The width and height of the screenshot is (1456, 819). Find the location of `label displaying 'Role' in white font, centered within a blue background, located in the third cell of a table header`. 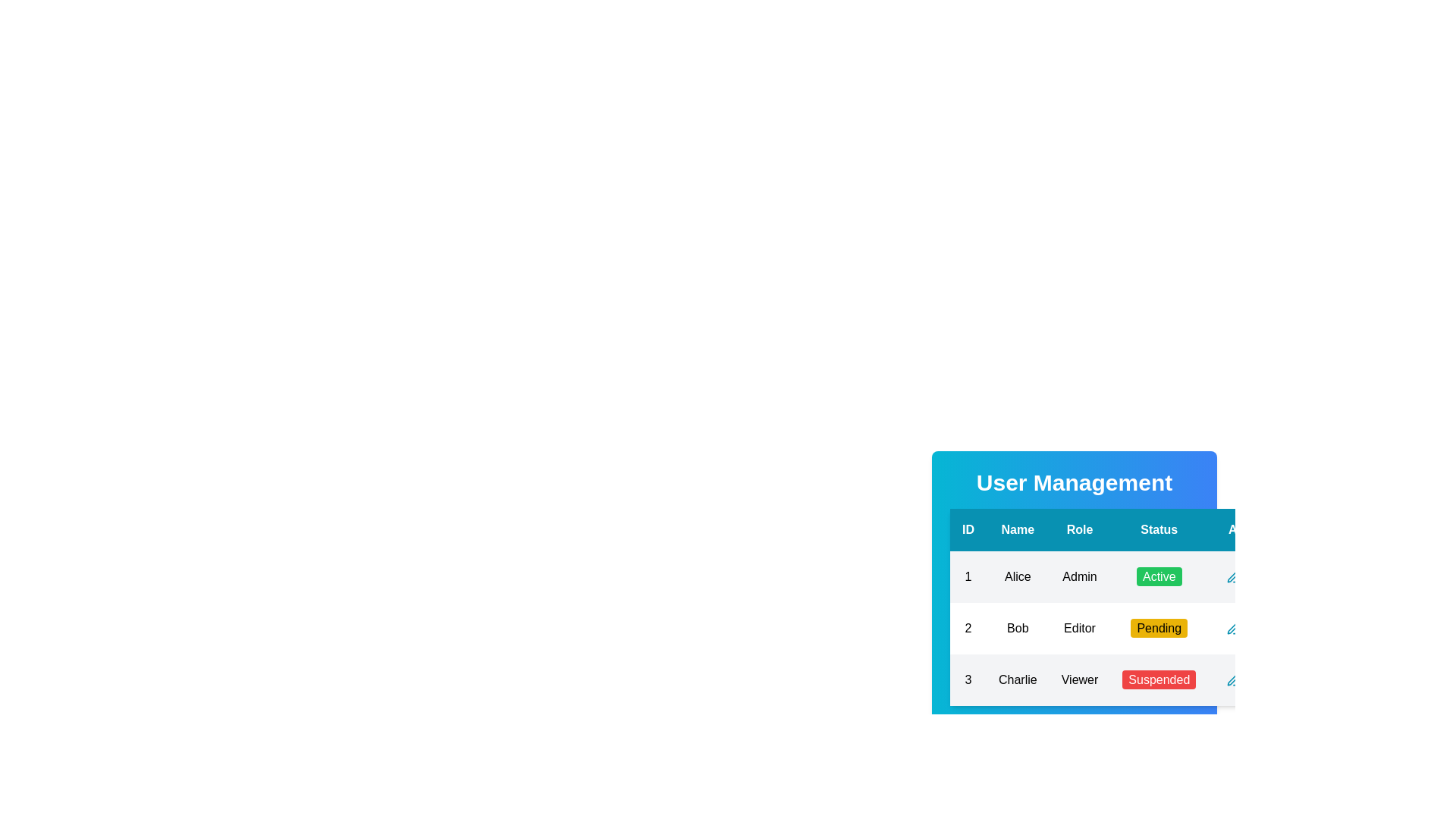

label displaying 'Role' in white font, centered within a blue background, located in the third cell of a table header is located at coordinates (1079, 529).